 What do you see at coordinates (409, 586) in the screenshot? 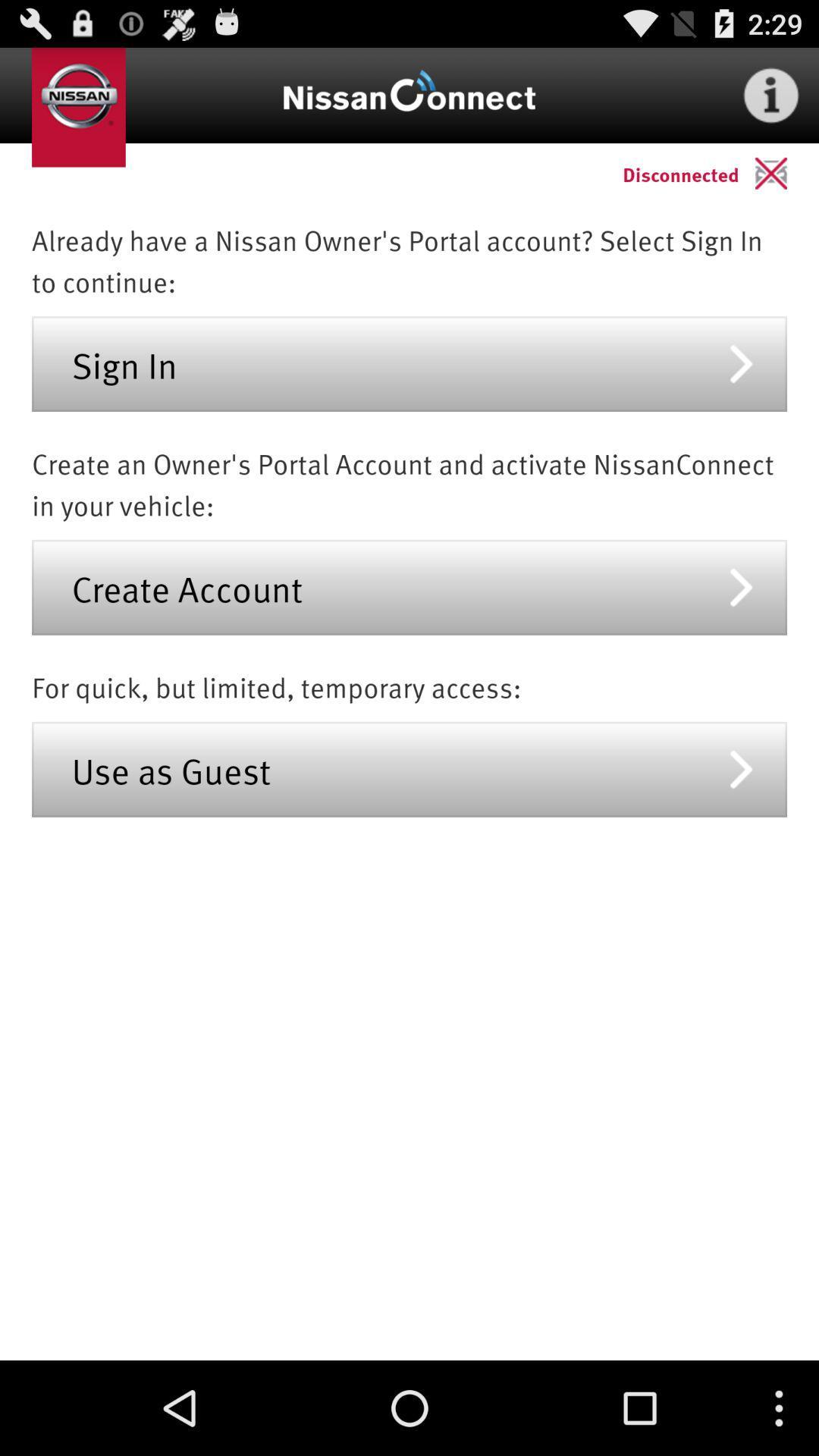
I see `second option in the page` at bounding box center [409, 586].